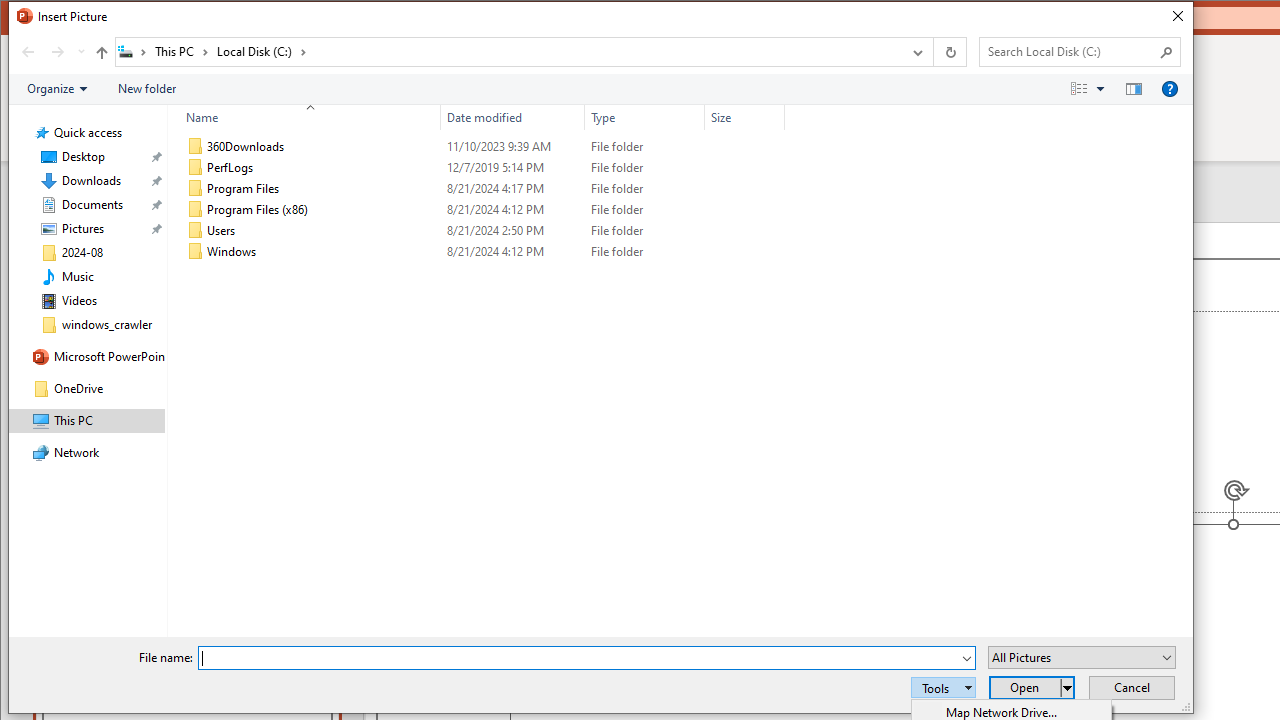 This screenshot has height=720, width=1280. I want to click on 'Views', so click(1091, 88).